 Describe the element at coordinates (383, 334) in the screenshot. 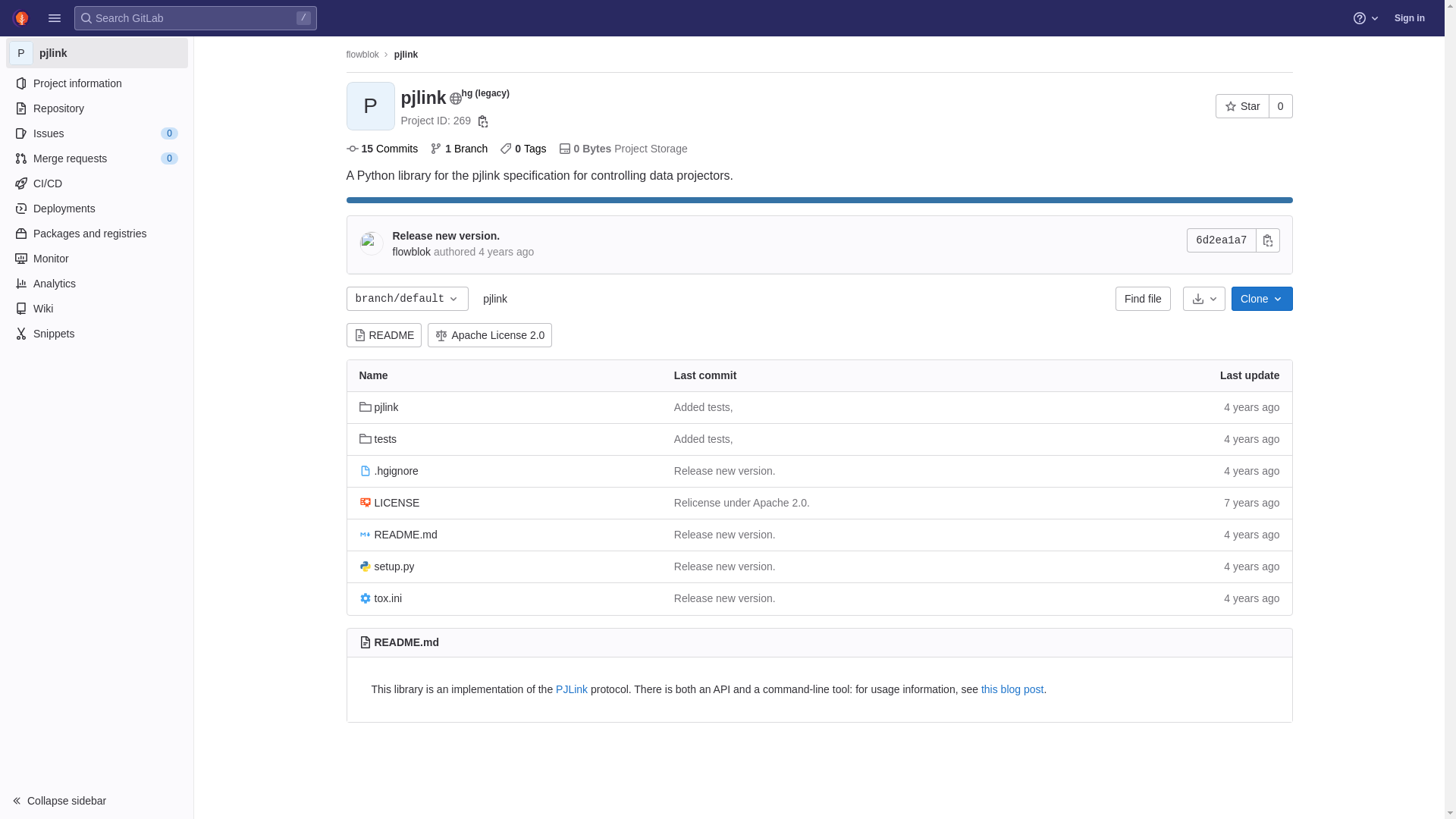

I see `'README'` at that location.